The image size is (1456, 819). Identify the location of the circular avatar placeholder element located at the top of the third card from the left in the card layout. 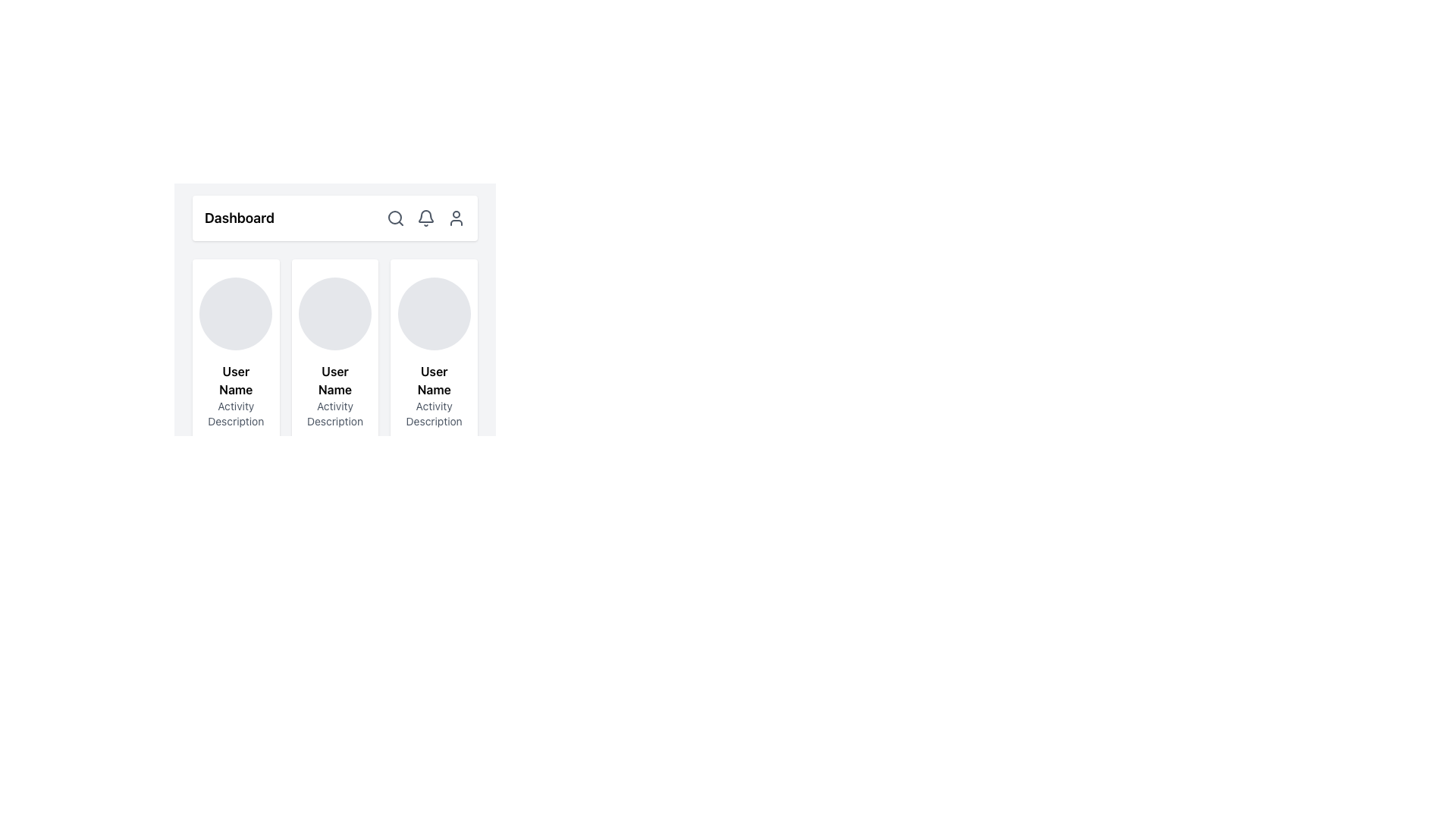
(433, 312).